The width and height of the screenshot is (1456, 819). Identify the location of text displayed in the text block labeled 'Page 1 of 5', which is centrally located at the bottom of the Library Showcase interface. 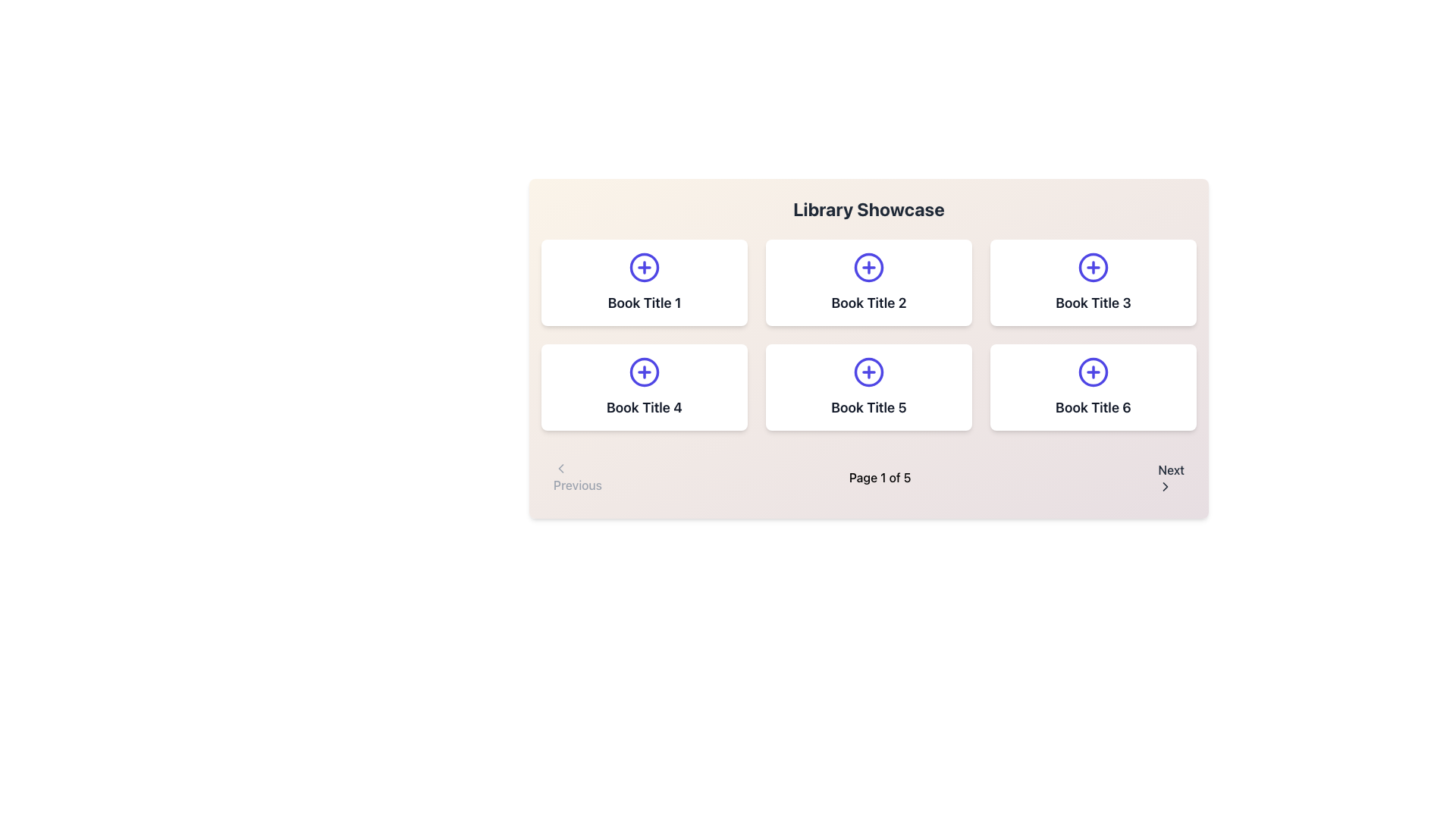
(880, 476).